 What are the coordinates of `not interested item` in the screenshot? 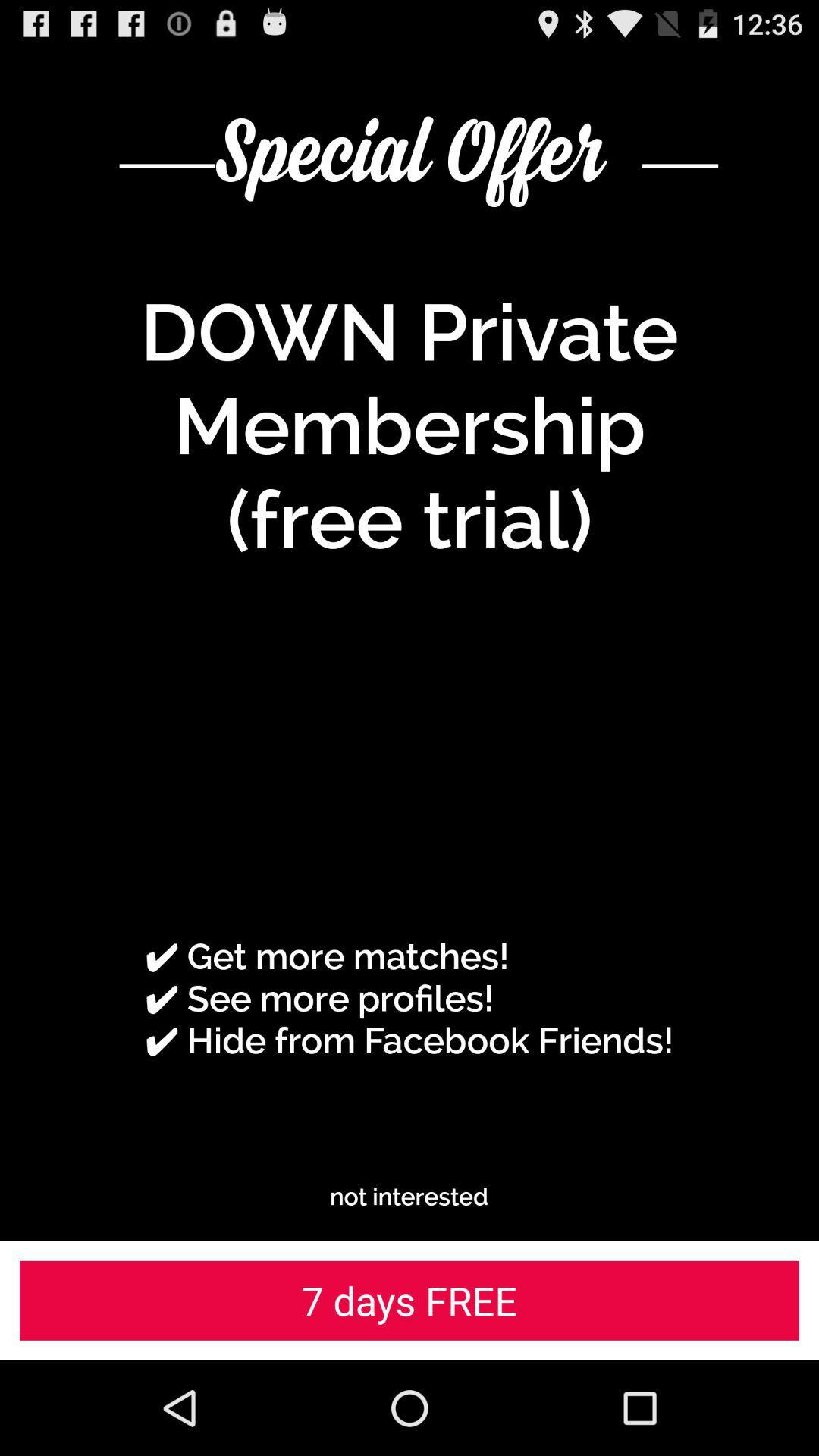 It's located at (408, 1196).